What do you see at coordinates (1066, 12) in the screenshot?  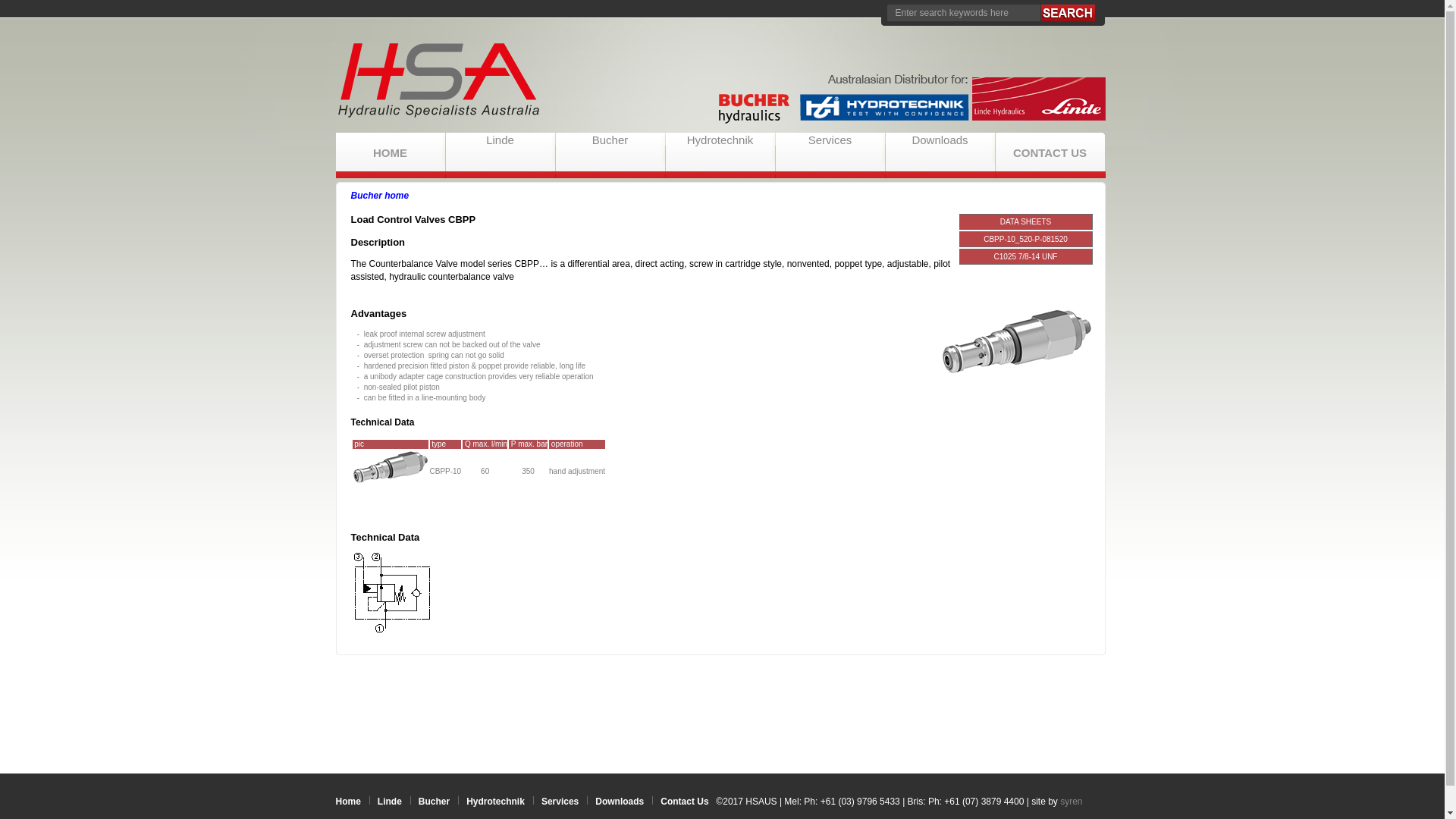 I see `'Search'` at bounding box center [1066, 12].